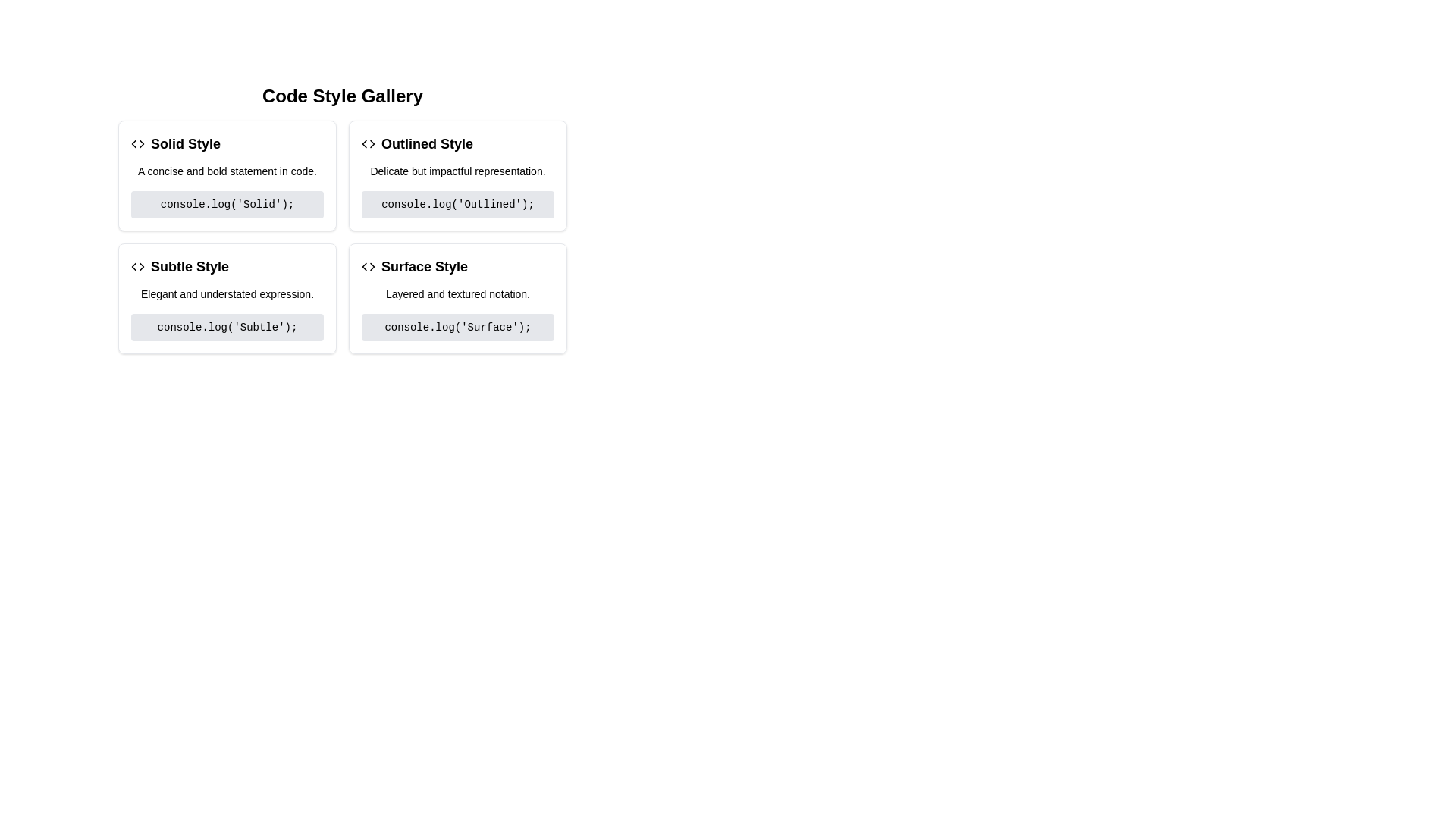 The width and height of the screenshot is (1456, 819). What do you see at coordinates (426, 143) in the screenshot?
I see `text label displaying 'Outlined Style' in bold font within the second card of the 'Code Style Gallery' section` at bounding box center [426, 143].